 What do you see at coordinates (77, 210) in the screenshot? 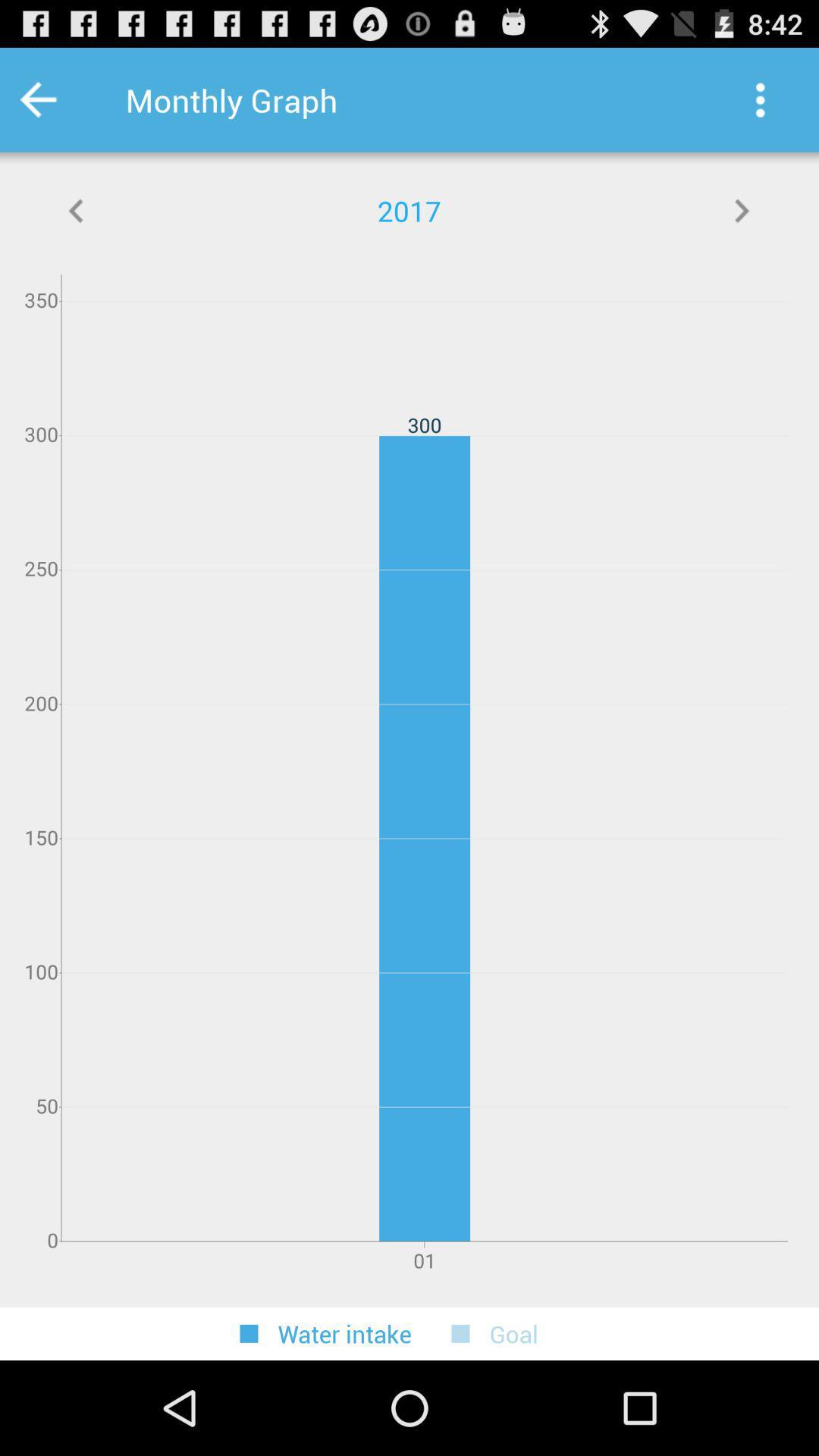
I see `item next to 2017 app` at bounding box center [77, 210].